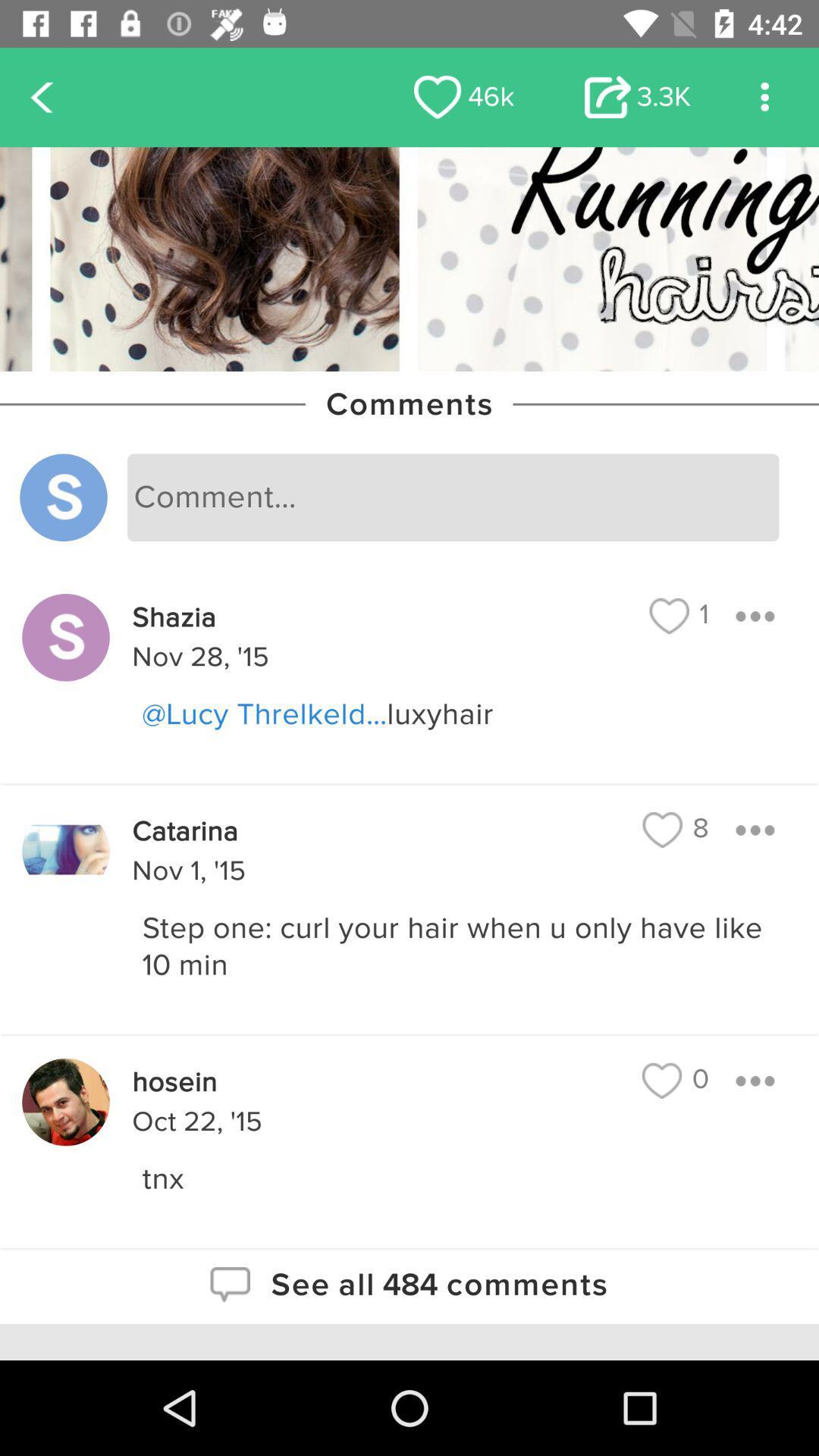  What do you see at coordinates (764, 96) in the screenshot?
I see `settings` at bounding box center [764, 96].